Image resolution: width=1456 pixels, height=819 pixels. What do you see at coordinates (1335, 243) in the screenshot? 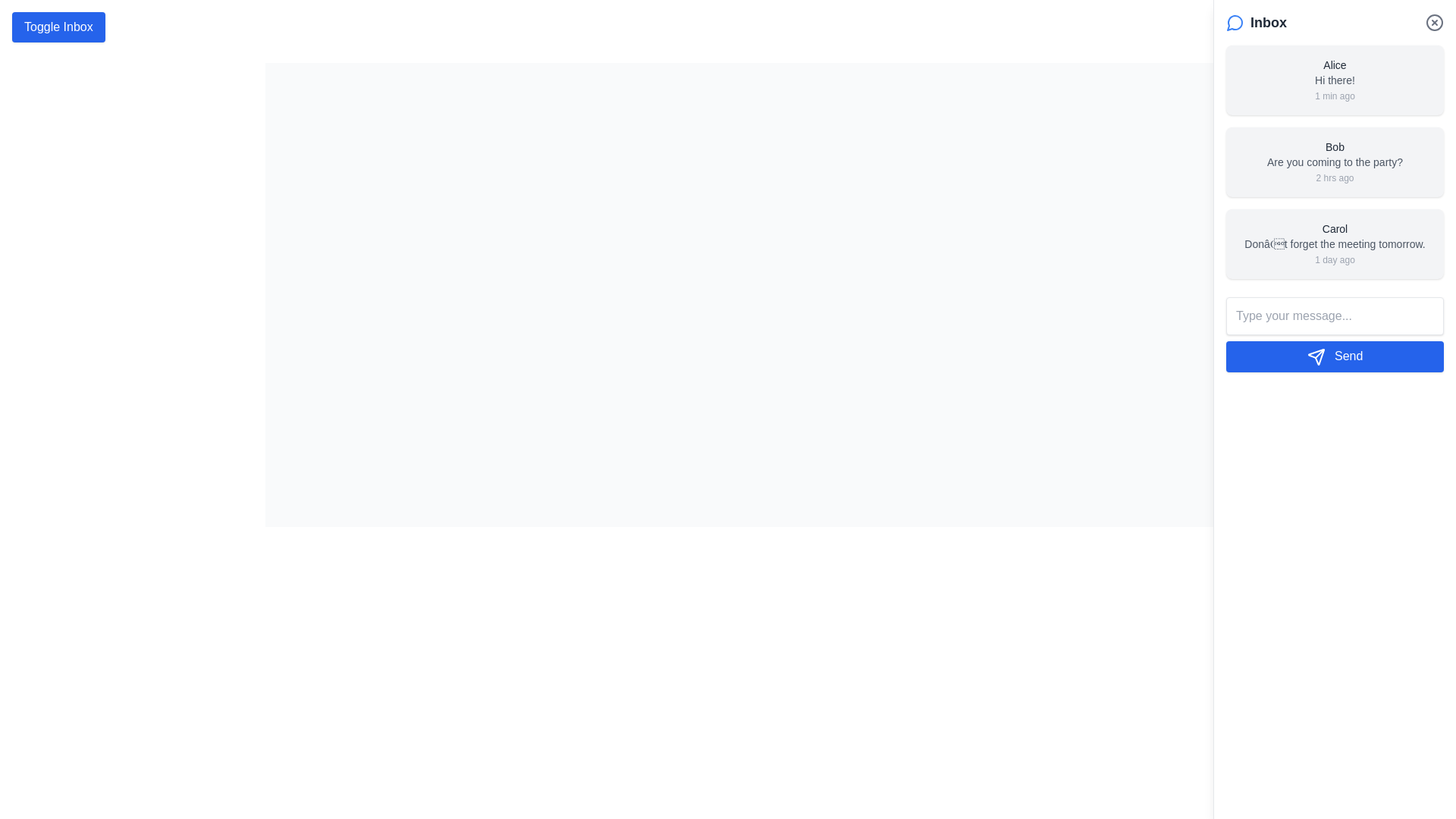
I see `the text label displaying 'Donâ€™t forget the meeting tomorrow.' within Carol's message bubble in the chat interface` at bounding box center [1335, 243].